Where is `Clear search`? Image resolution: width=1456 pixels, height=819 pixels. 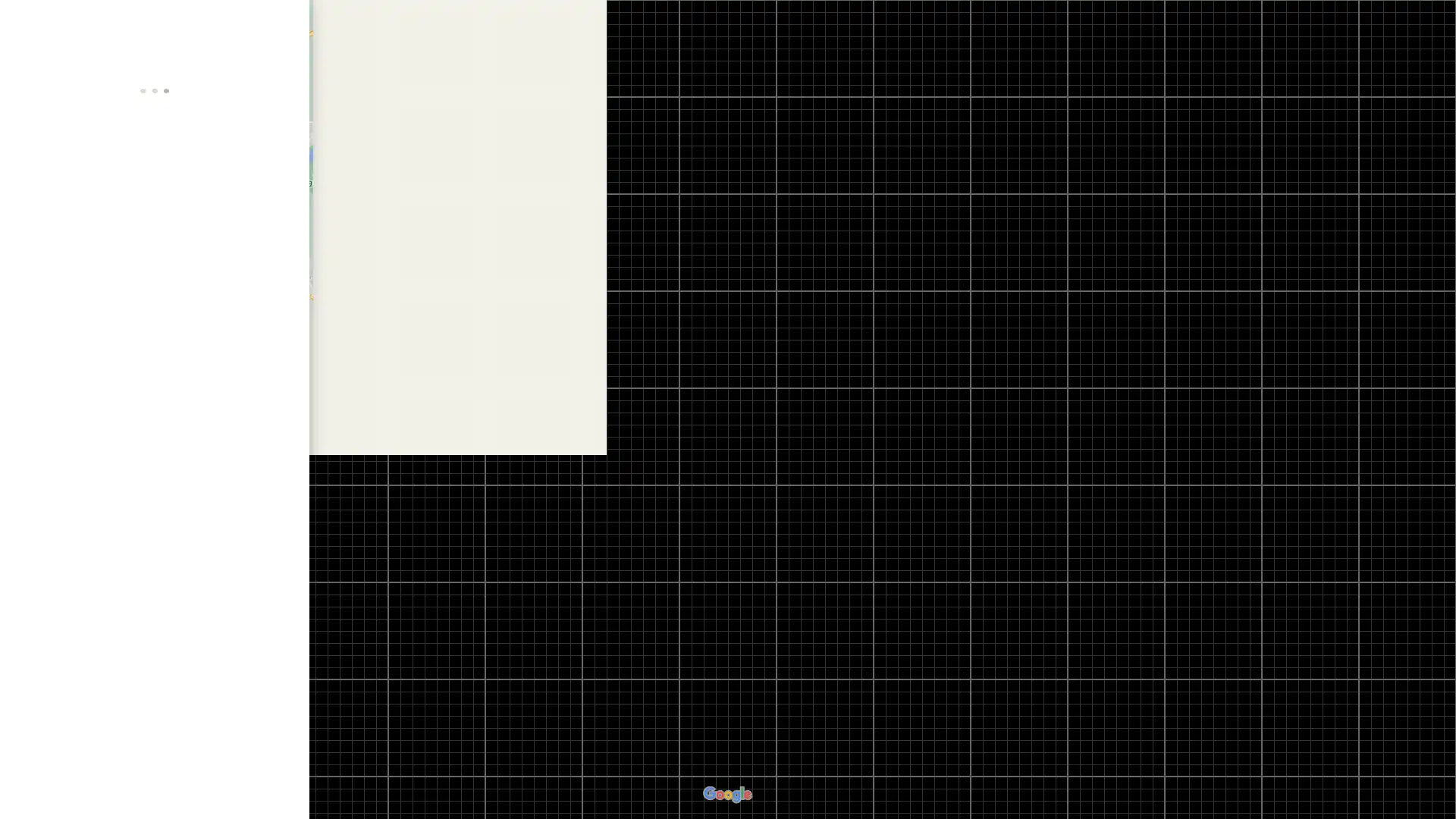 Clear search is located at coordinates (283, 24).